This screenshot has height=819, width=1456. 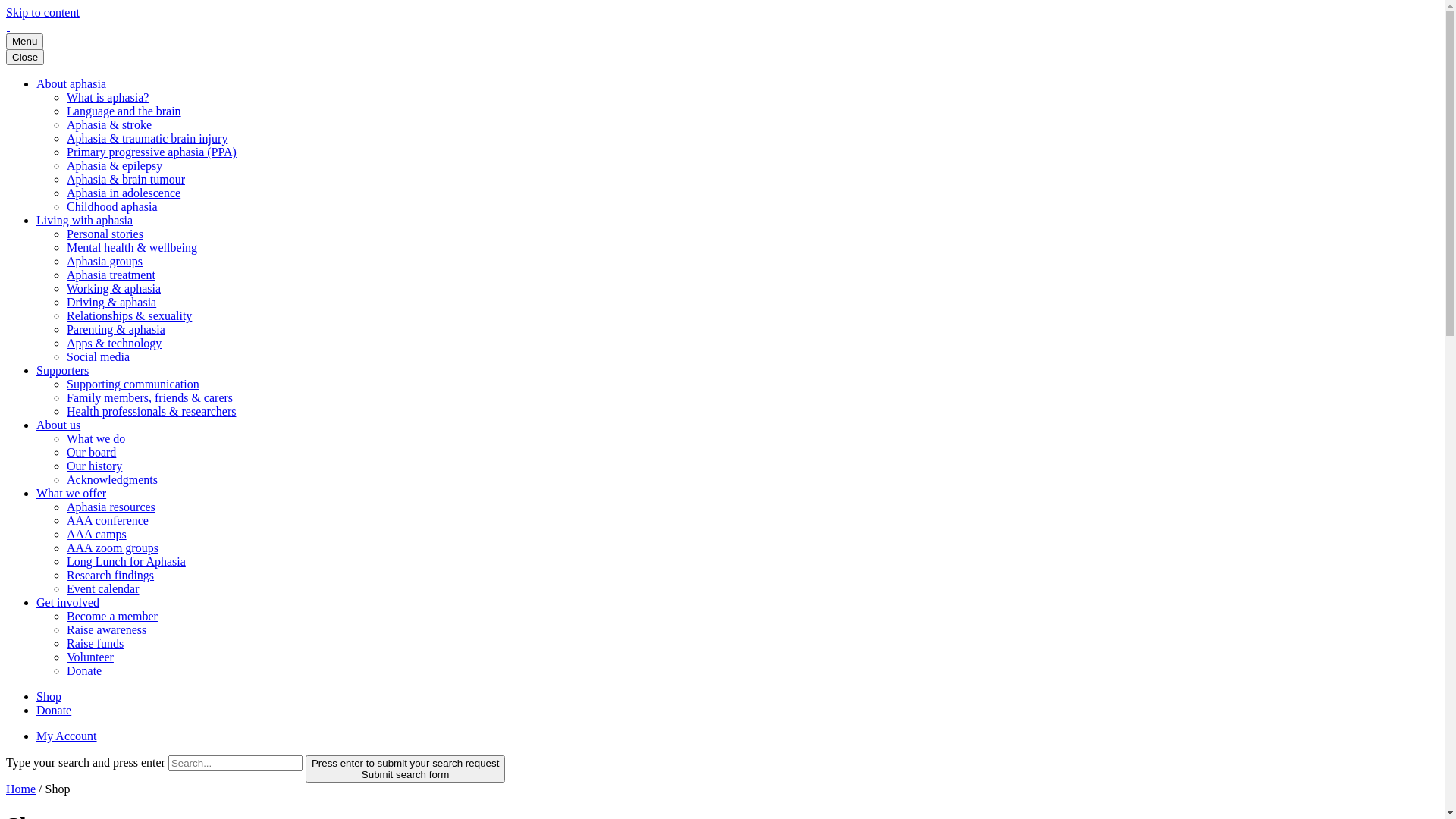 I want to click on 'Acknowledgments', so click(x=111, y=479).